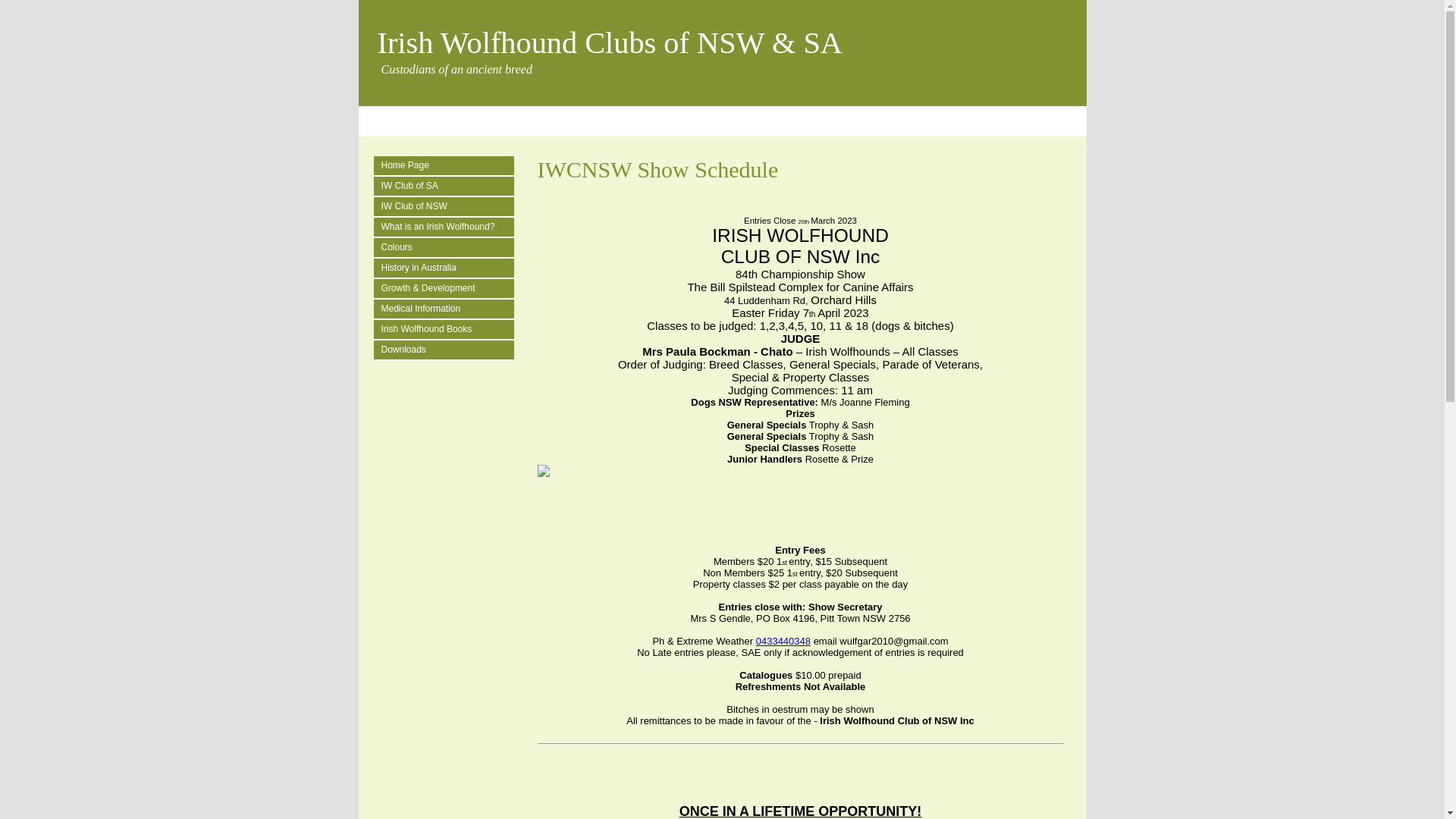  I want to click on 'What is an Irish Wolfhound?', so click(381, 227).